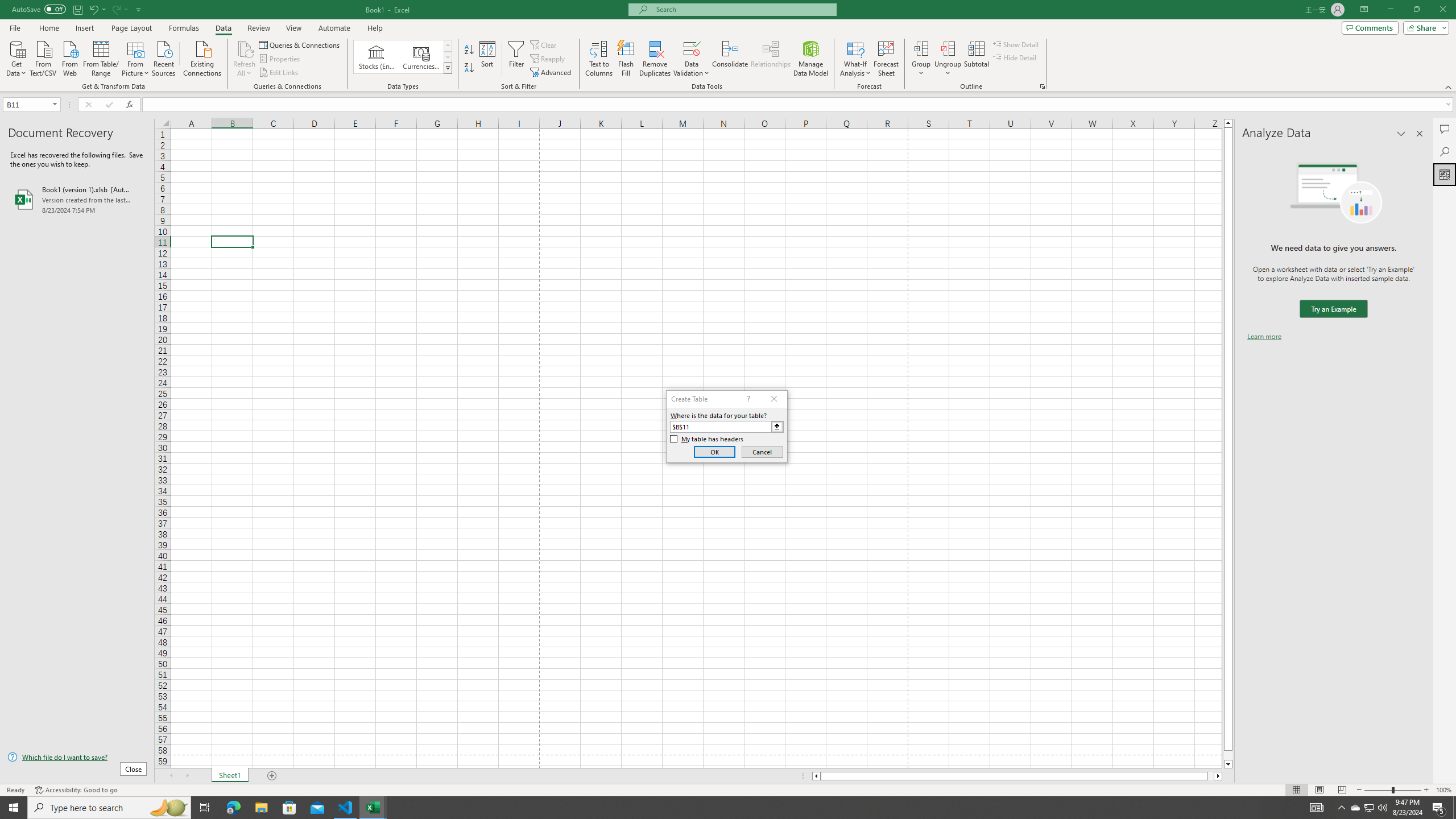  Describe the element at coordinates (1015, 56) in the screenshot. I see `'Hide Detail'` at that location.